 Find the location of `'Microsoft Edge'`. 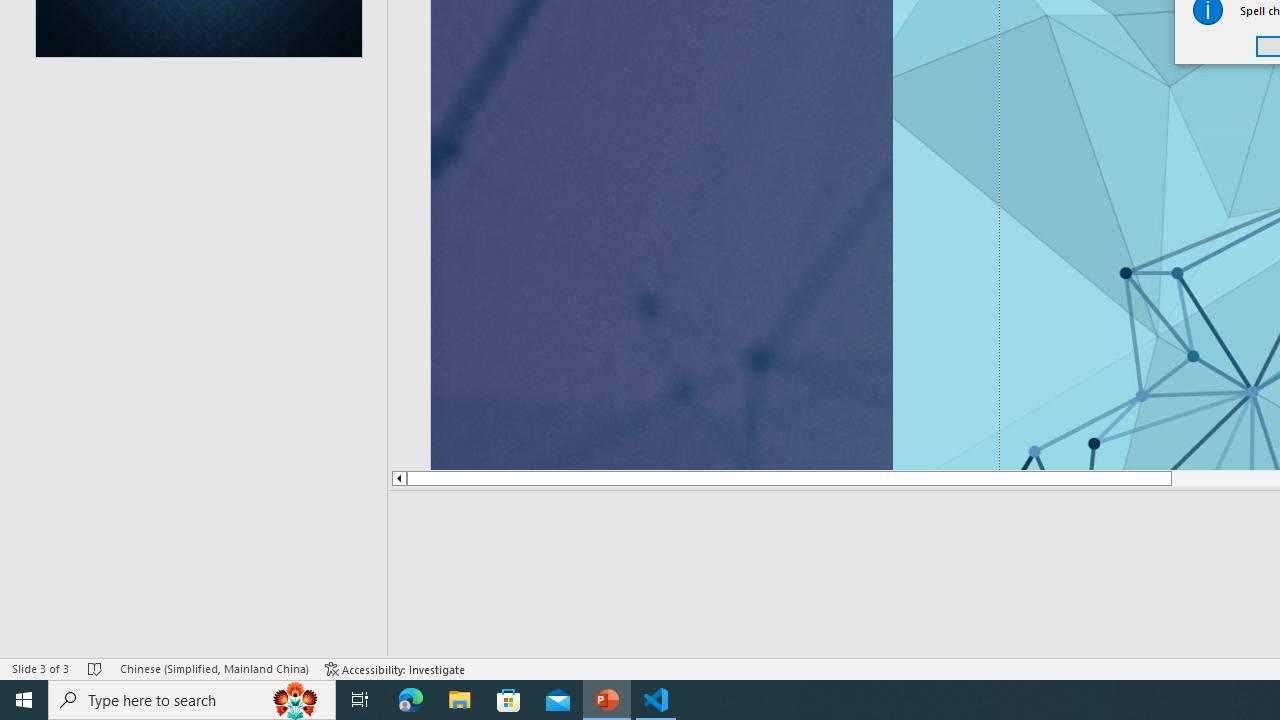

'Microsoft Edge' is located at coordinates (410, 698).